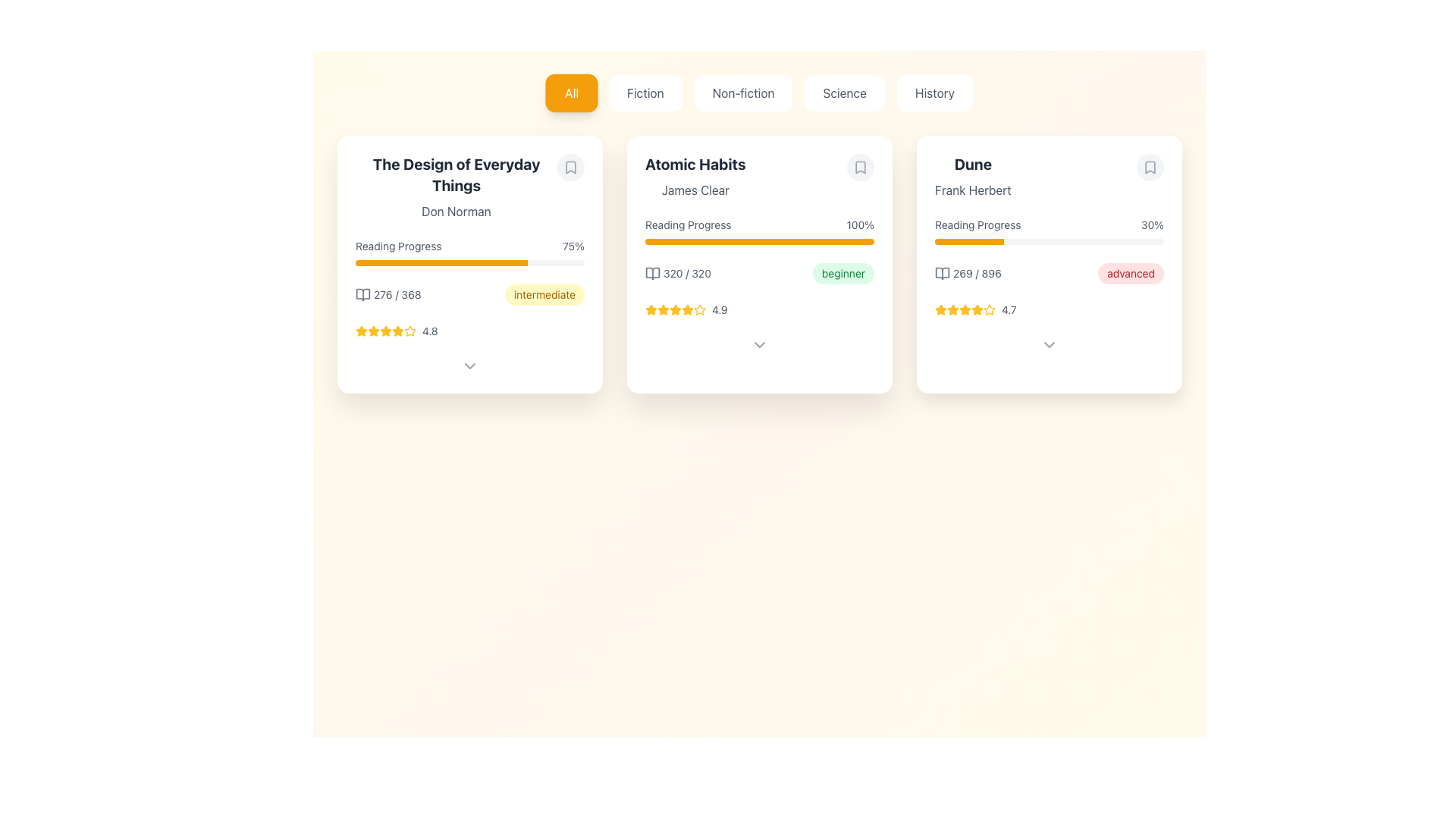  What do you see at coordinates (860, 167) in the screenshot?
I see `the bookmark icon button located at the top-right corner of the 'Atomic Habits' card` at bounding box center [860, 167].